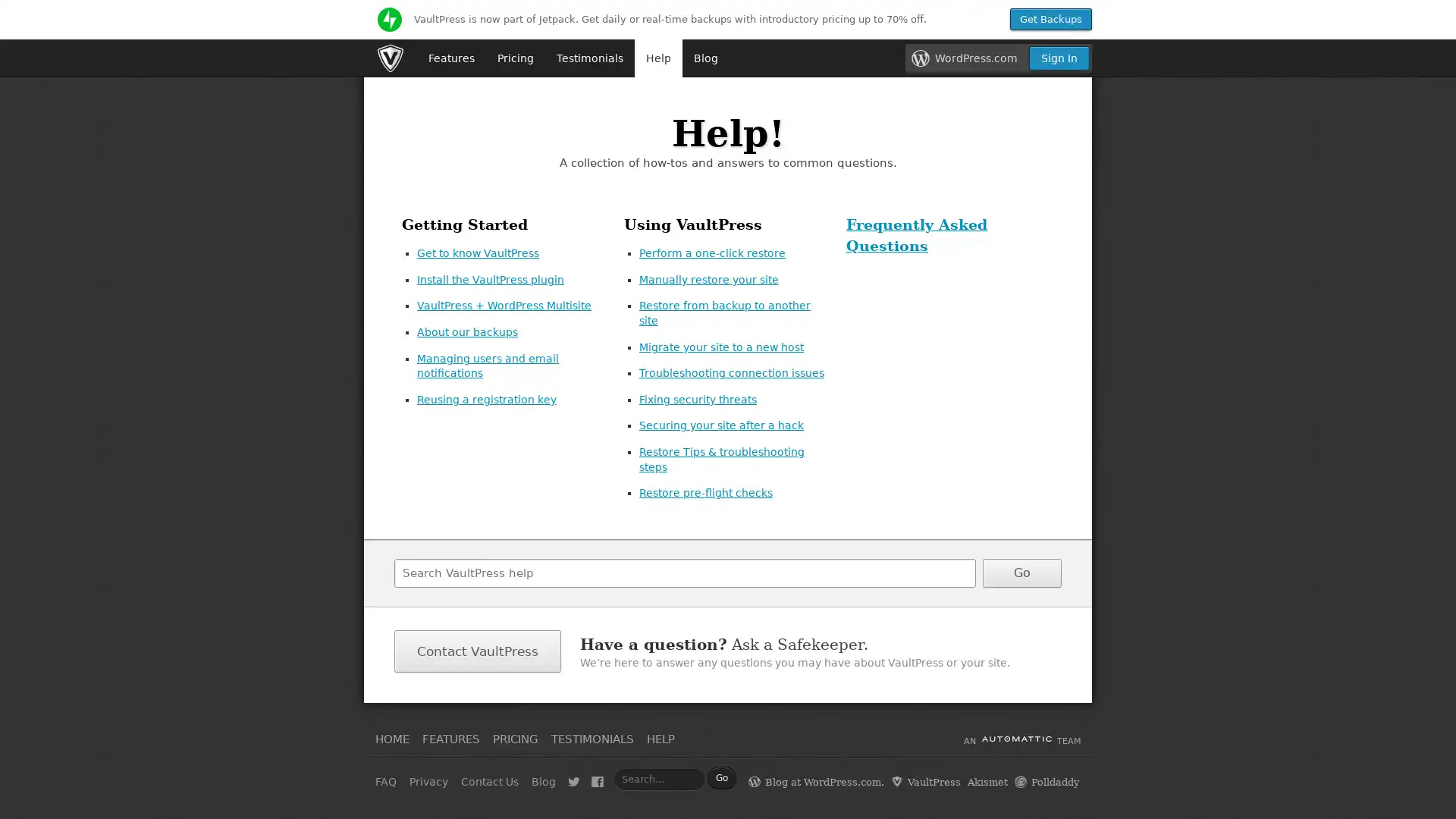 This screenshot has height=819, width=1456. What do you see at coordinates (1022, 573) in the screenshot?
I see `Go` at bounding box center [1022, 573].